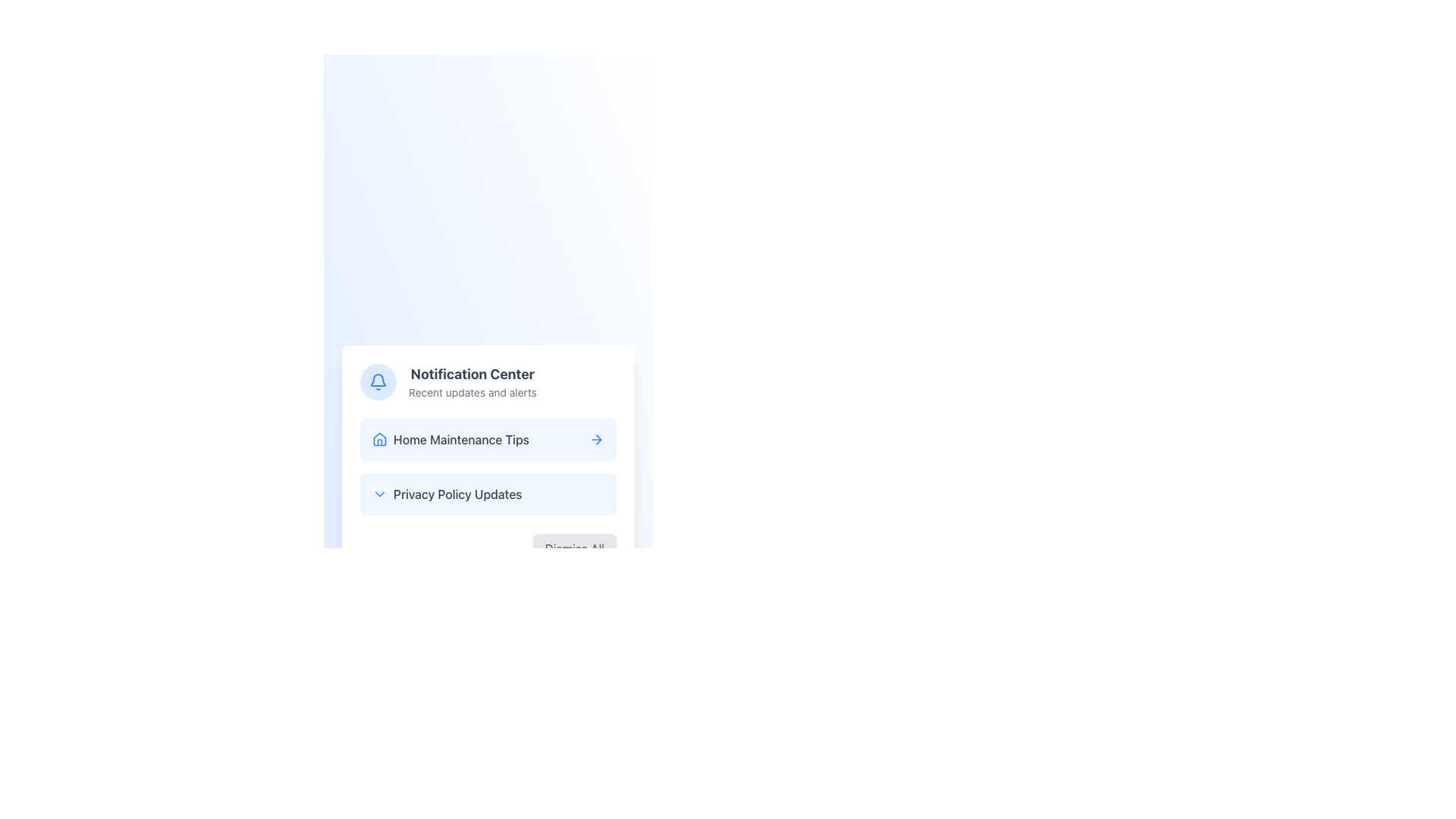  Describe the element at coordinates (472, 374) in the screenshot. I see `the 'Notification Center' text label, which is a large, bold, serif-style font with grey coloring, prominently displayed at the top-left area of the notification panel` at that location.